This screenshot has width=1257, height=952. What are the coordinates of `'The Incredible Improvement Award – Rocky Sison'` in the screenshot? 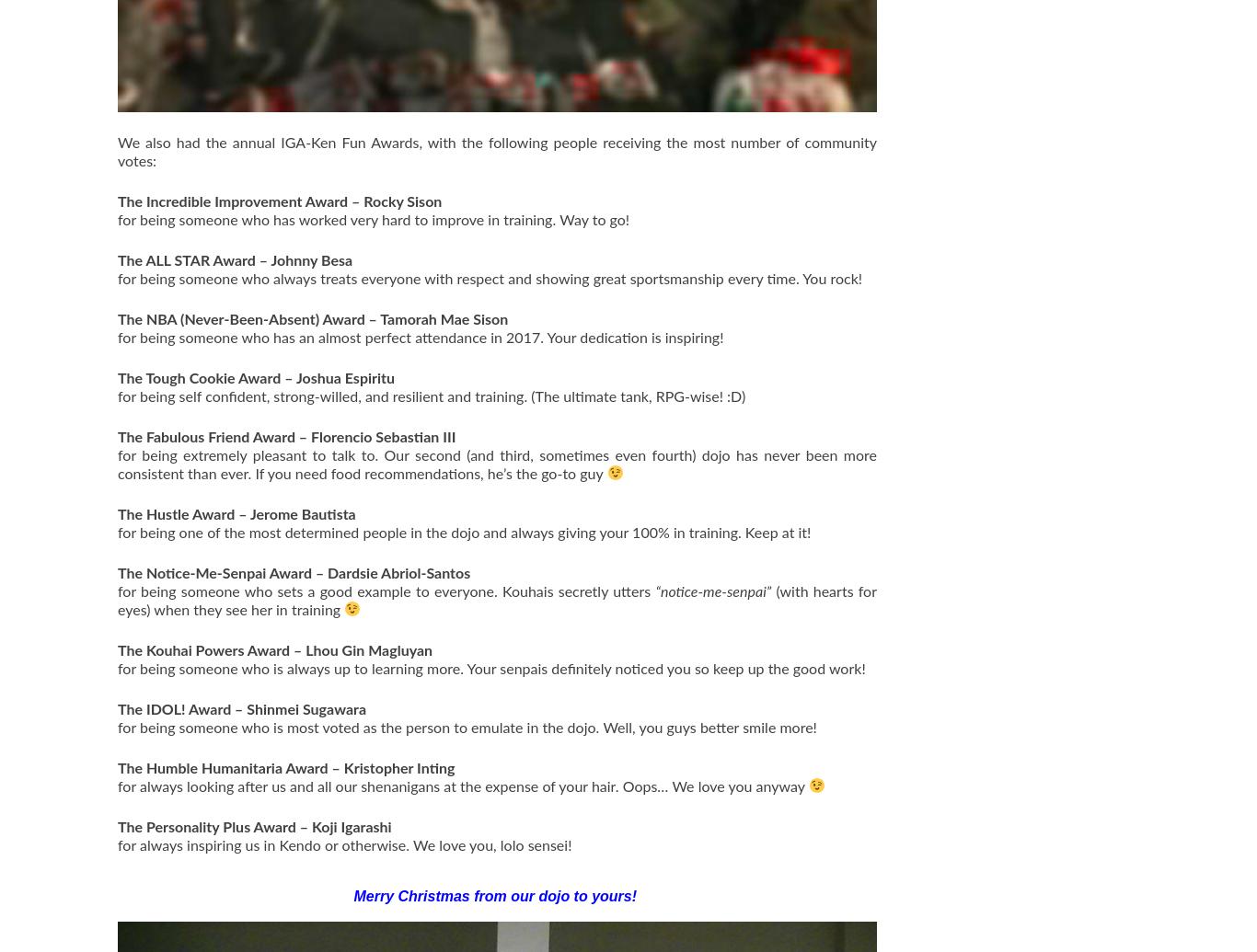 It's located at (279, 201).